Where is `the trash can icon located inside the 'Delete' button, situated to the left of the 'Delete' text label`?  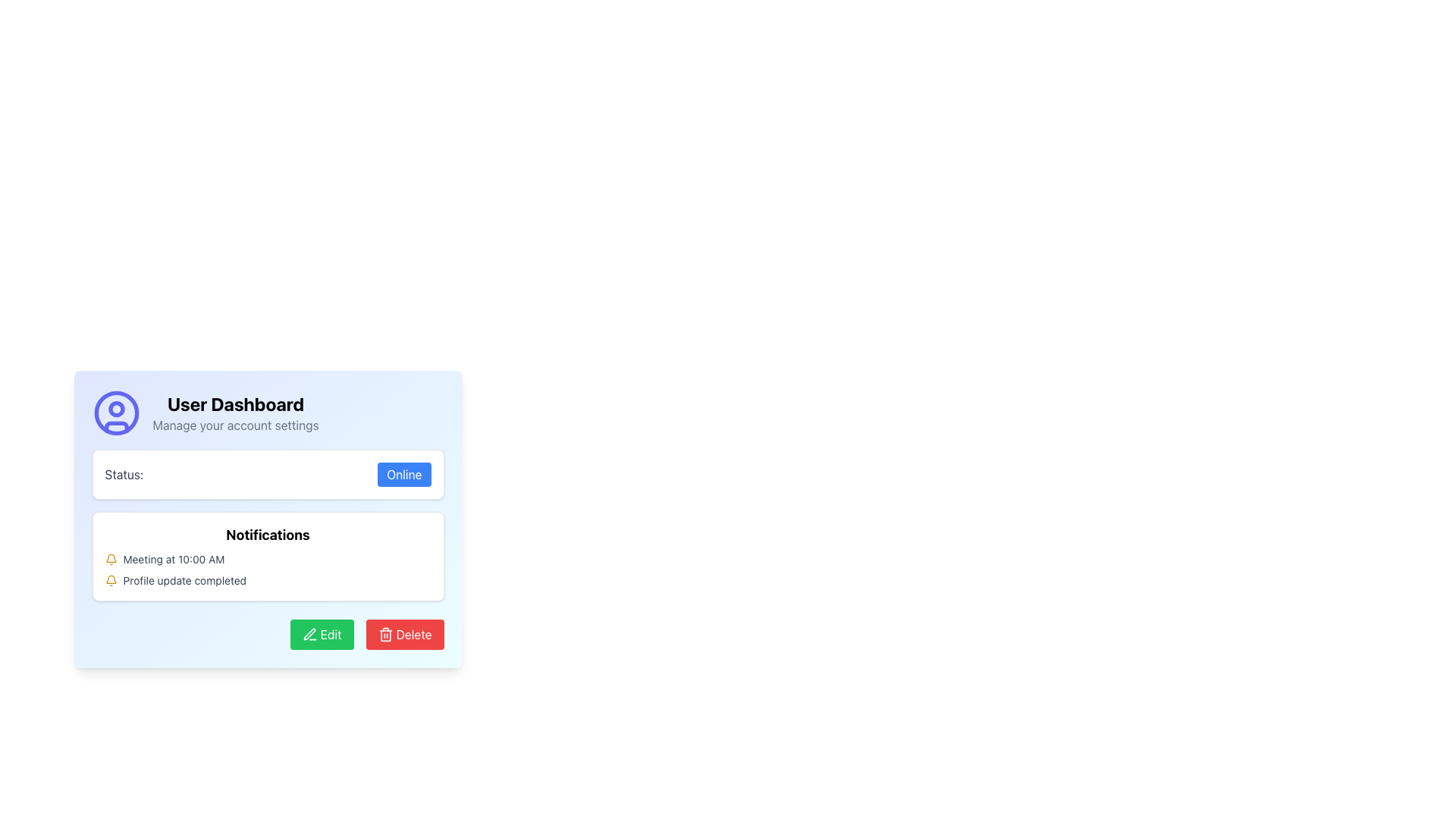 the trash can icon located inside the 'Delete' button, situated to the left of the 'Delete' text label is located at coordinates (385, 635).